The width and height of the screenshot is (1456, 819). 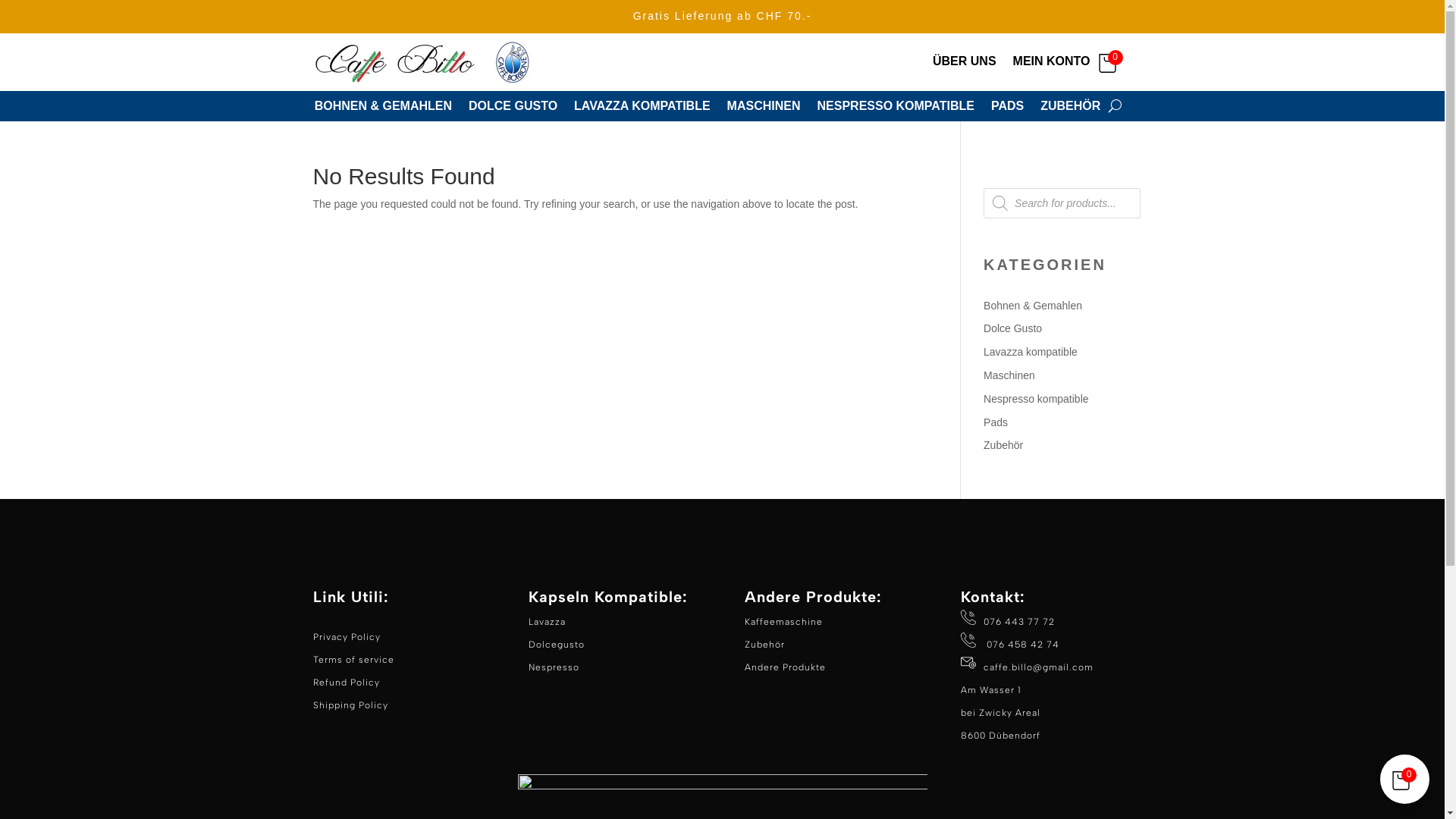 I want to click on 'Bohnen & Gemahlen', so click(x=1032, y=305).